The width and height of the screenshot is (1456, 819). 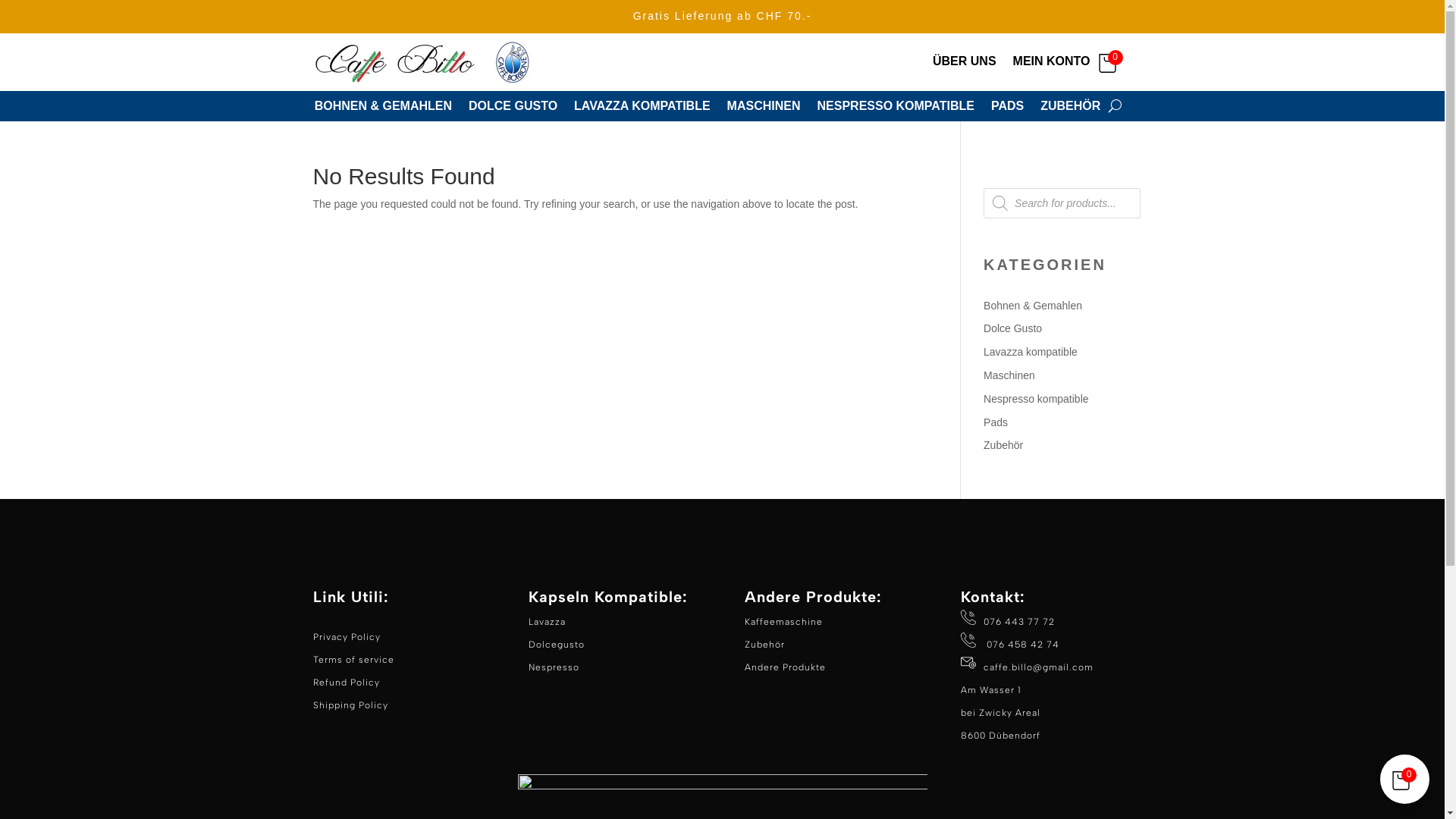 I want to click on 'Bohnen & Gemahlen', so click(x=1032, y=305).